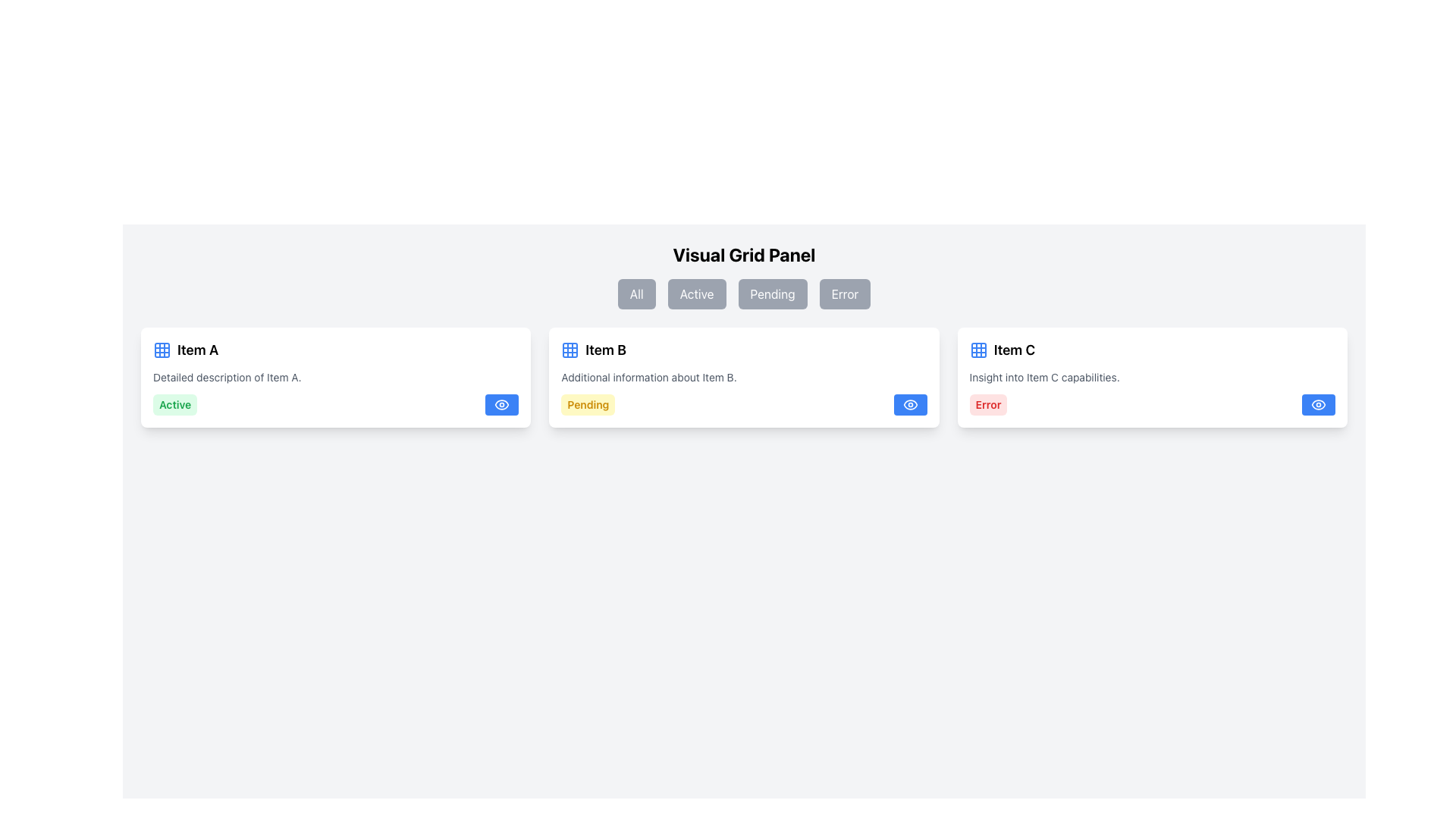 The height and width of the screenshot is (819, 1456). What do you see at coordinates (1014, 350) in the screenshot?
I see `the Text Label element, which is the third item in a horizontally arranged layout, positioned to the right of 'Item A' and 'Item B'` at bounding box center [1014, 350].